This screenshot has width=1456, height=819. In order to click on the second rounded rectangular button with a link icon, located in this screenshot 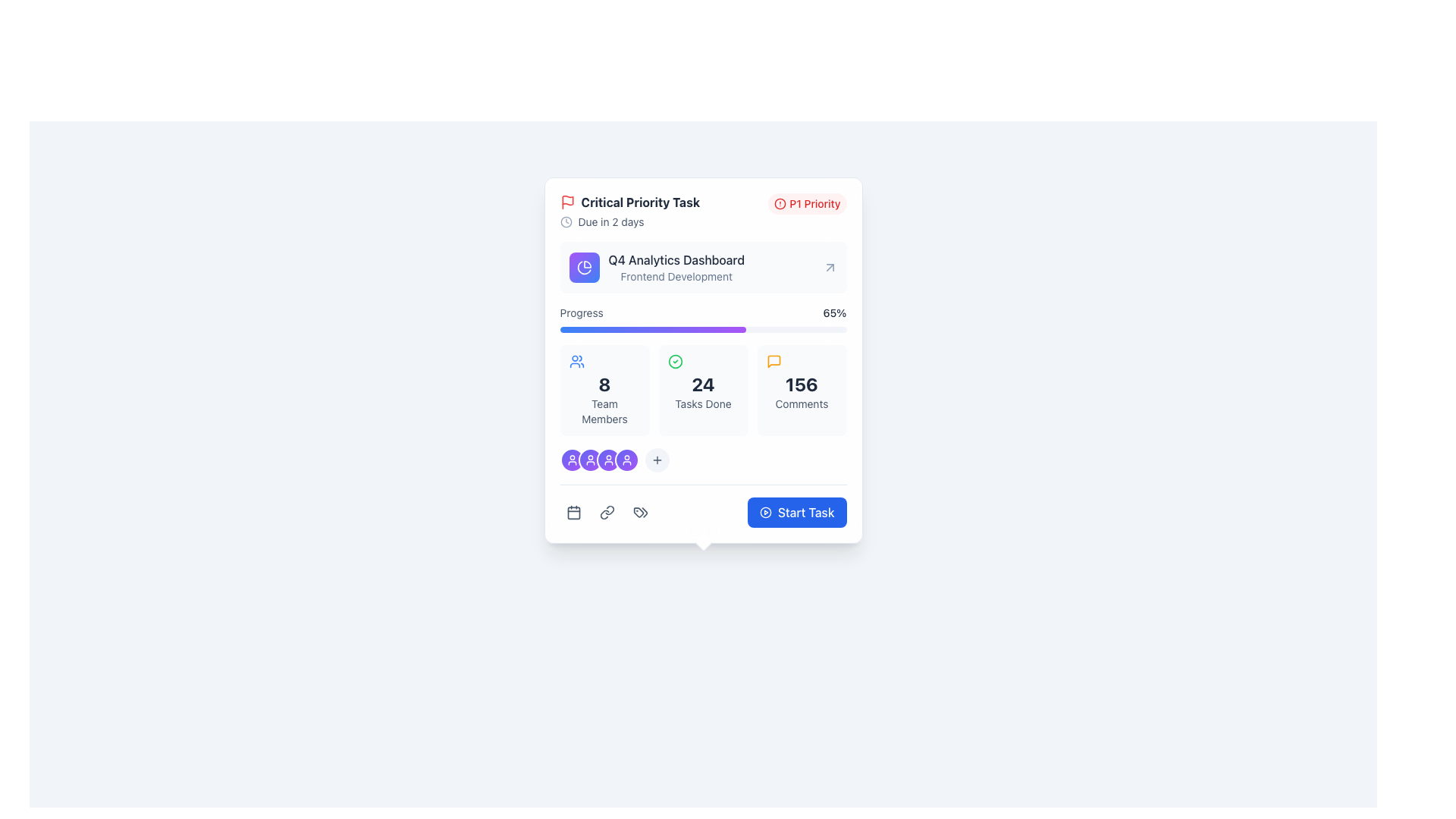, I will do `click(607, 512)`.